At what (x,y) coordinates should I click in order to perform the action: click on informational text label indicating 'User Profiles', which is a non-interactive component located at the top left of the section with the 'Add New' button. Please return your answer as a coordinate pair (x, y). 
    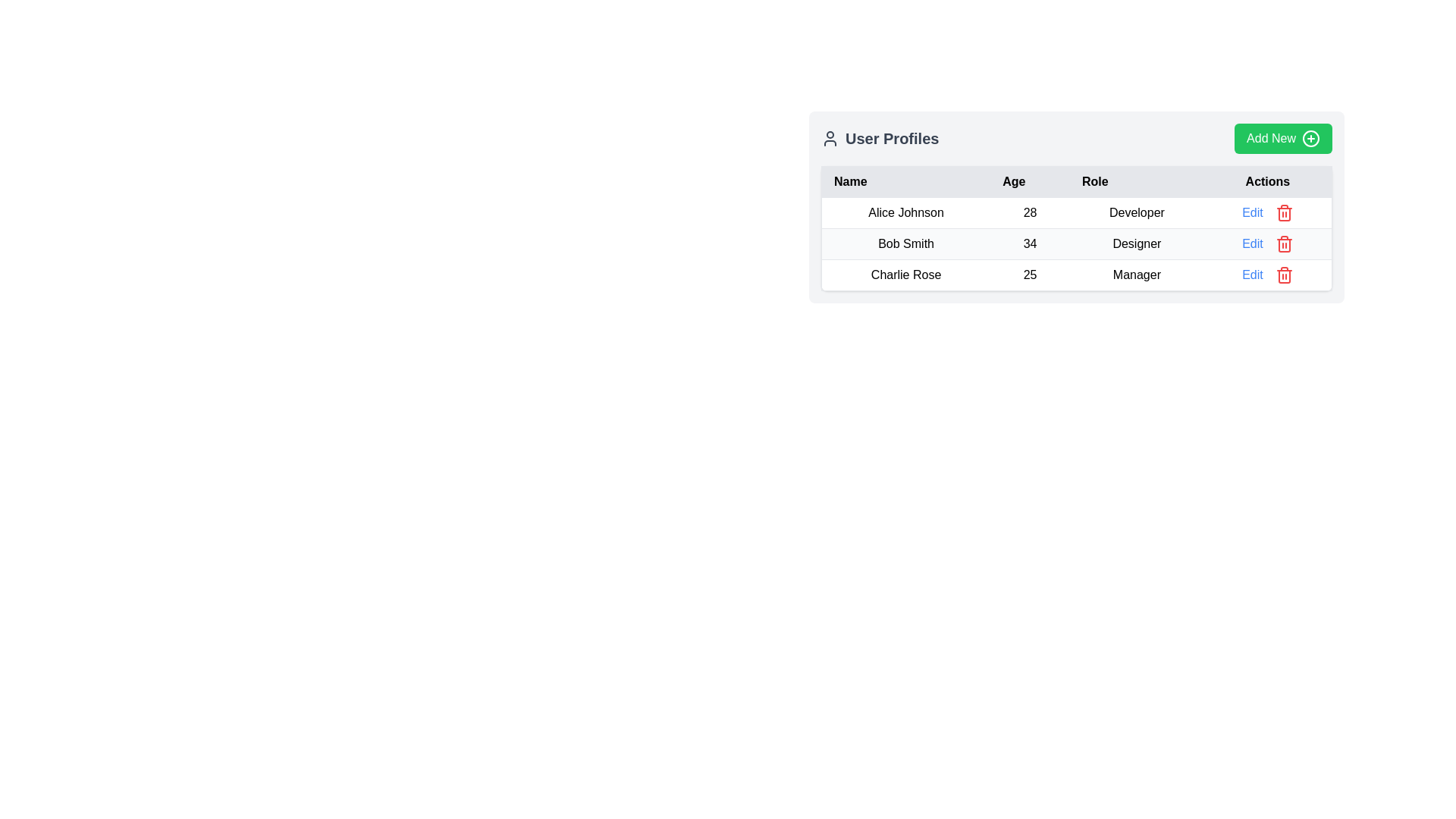
    Looking at the image, I should click on (880, 138).